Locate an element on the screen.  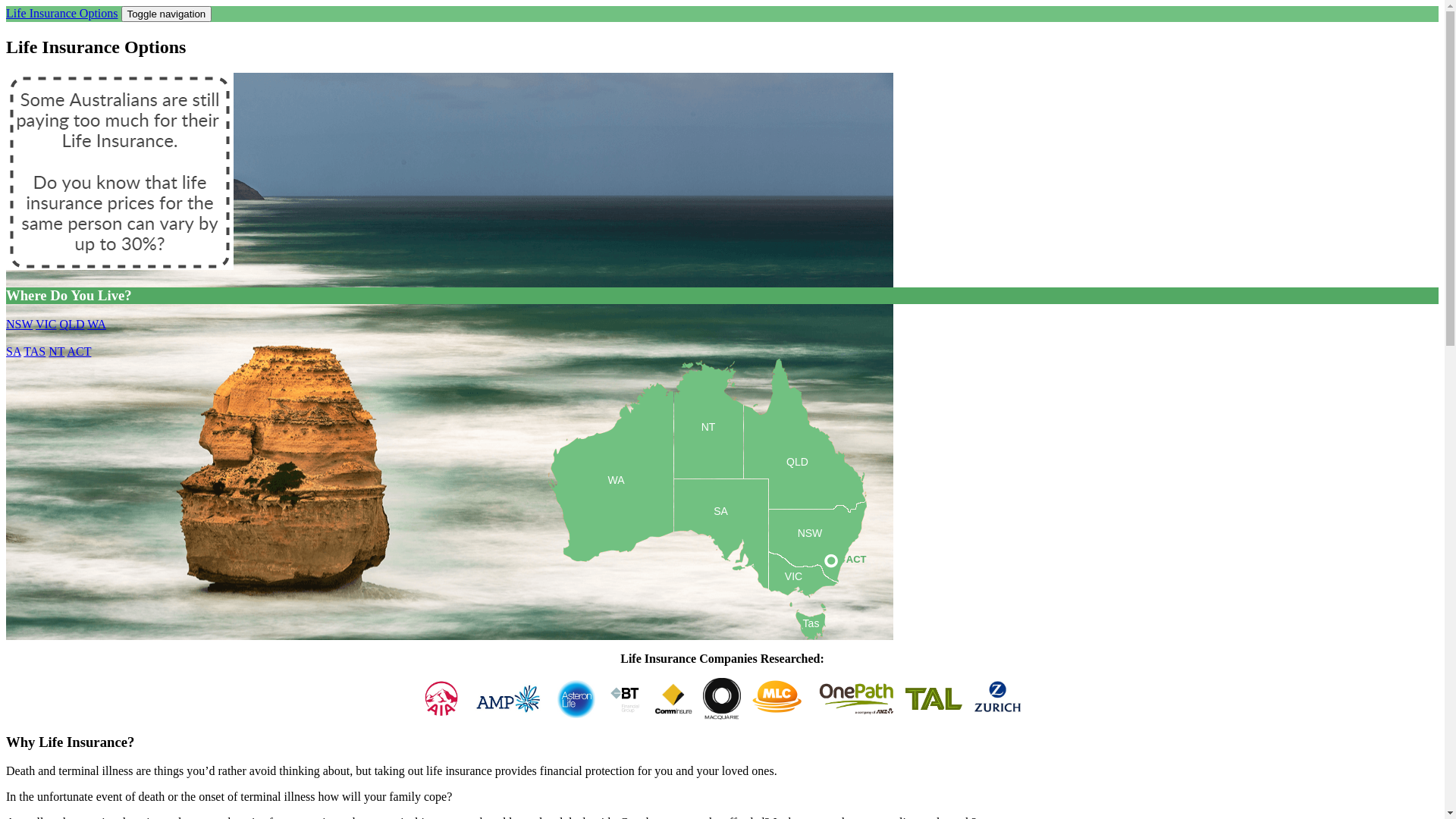
'WA' is located at coordinates (610, 516).